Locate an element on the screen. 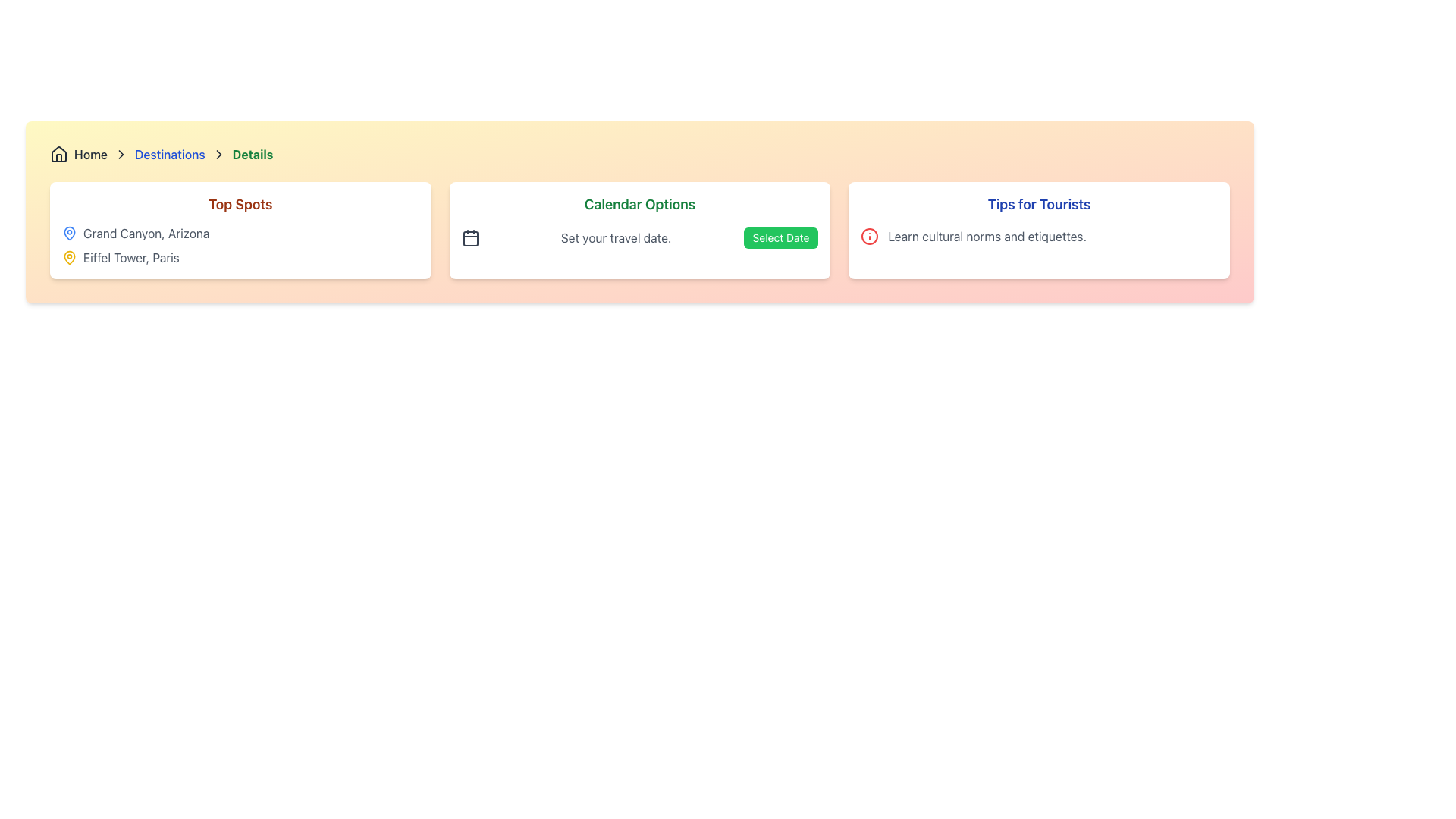  the second list item in the 'Top Spots' section is located at coordinates (240, 256).